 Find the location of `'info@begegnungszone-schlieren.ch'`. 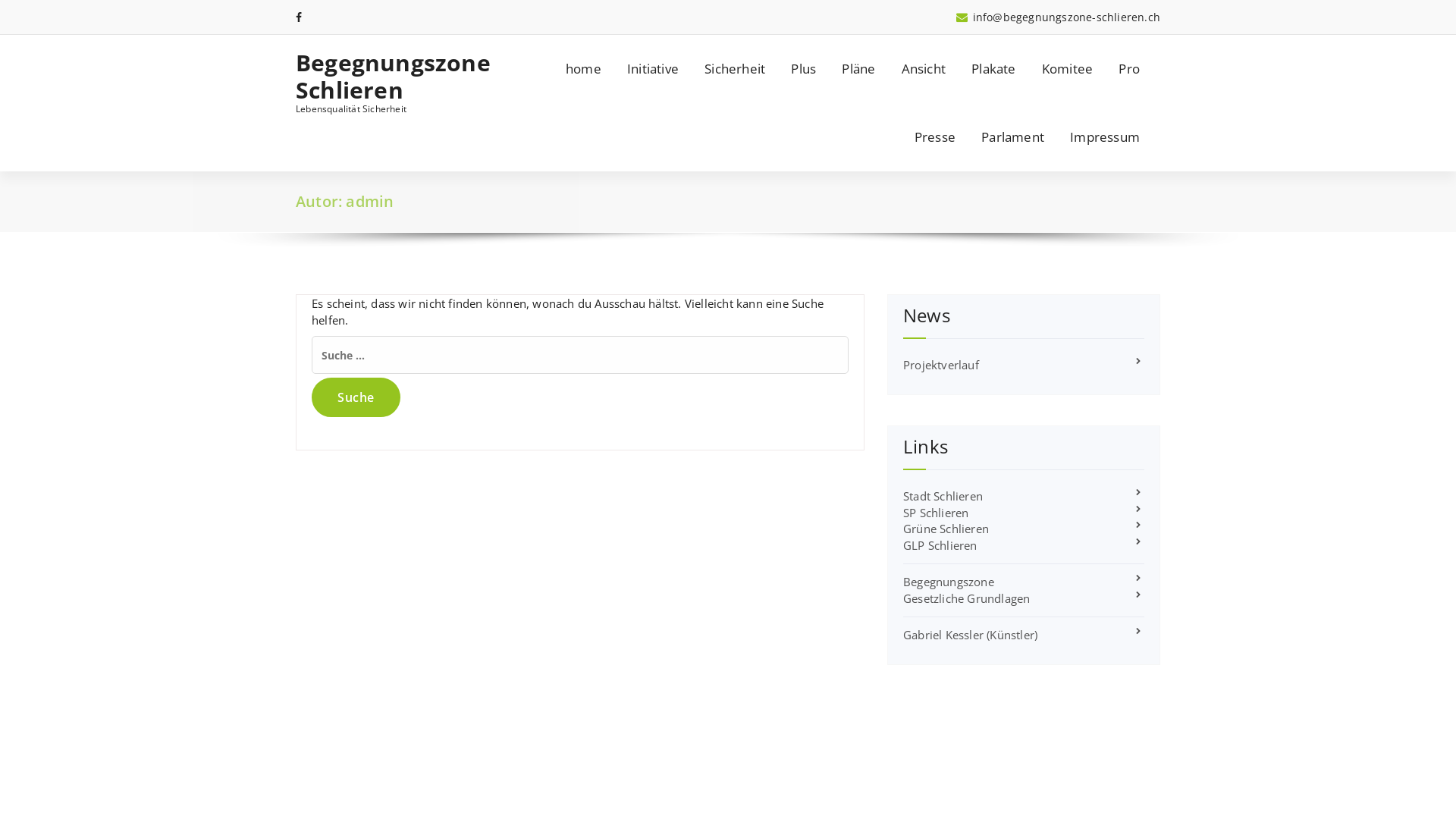

'info@begegnungszone-schlieren.ch' is located at coordinates (1057, 17).